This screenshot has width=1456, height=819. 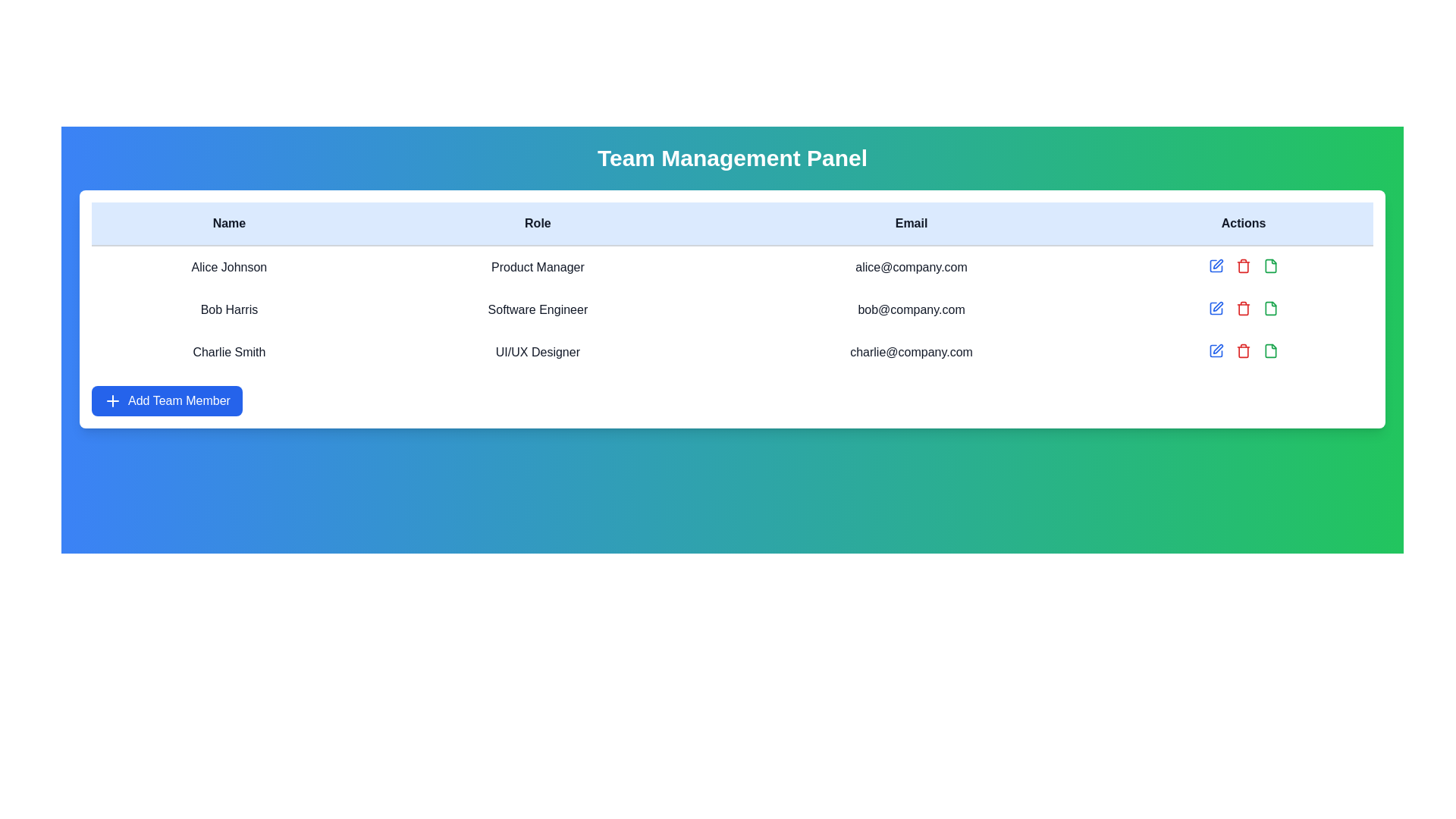 What do you see at coordinates (1270, 350) in the screenshot?
I see `the file icon in the 'Actions' column for the entry associated with 'Charlie Smith' to initiate the associated action` at bounding box center [1270, 350].